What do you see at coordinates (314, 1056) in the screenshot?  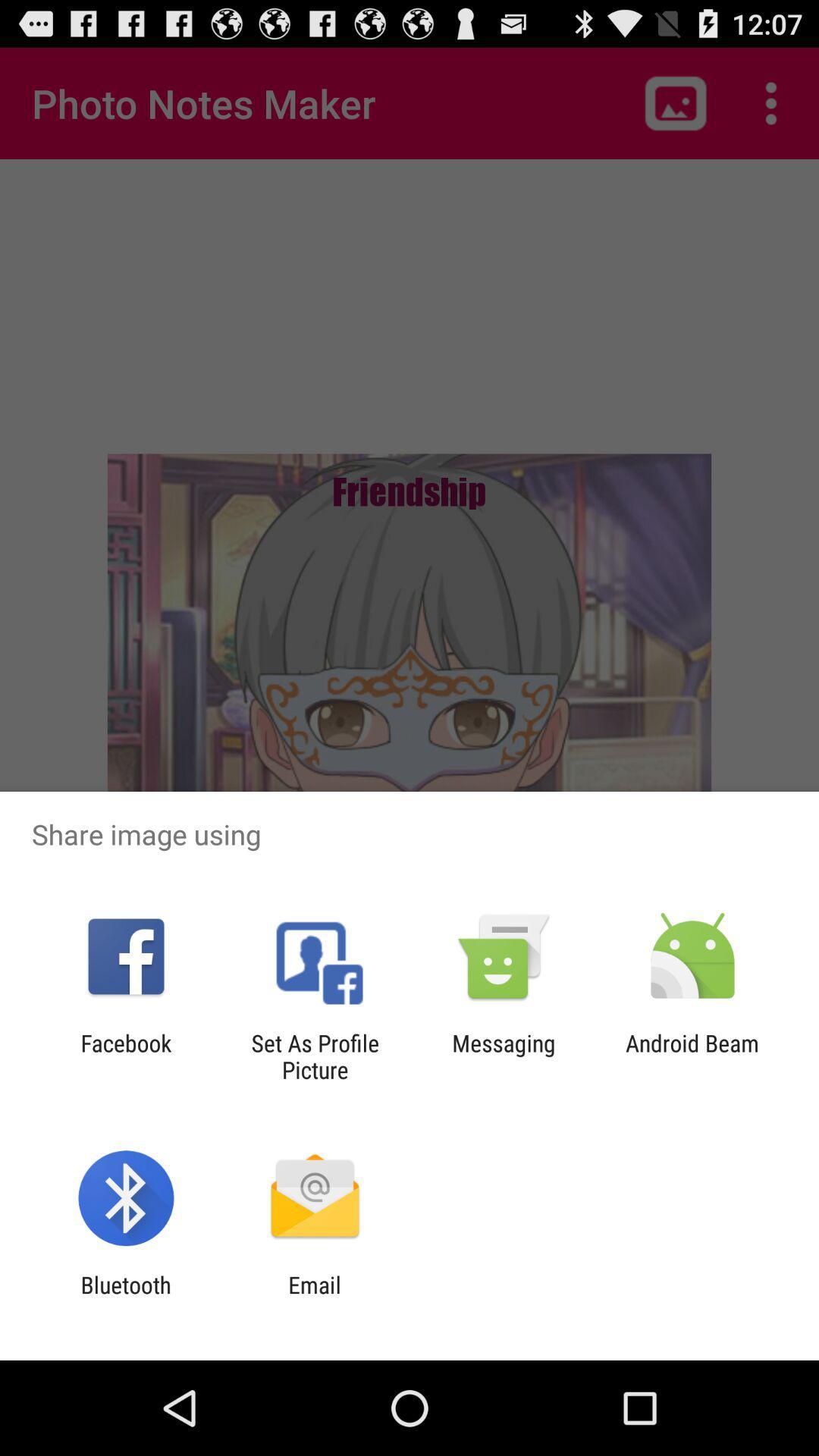 I see `the set as profile icon` at bounding box center [314, 1056].